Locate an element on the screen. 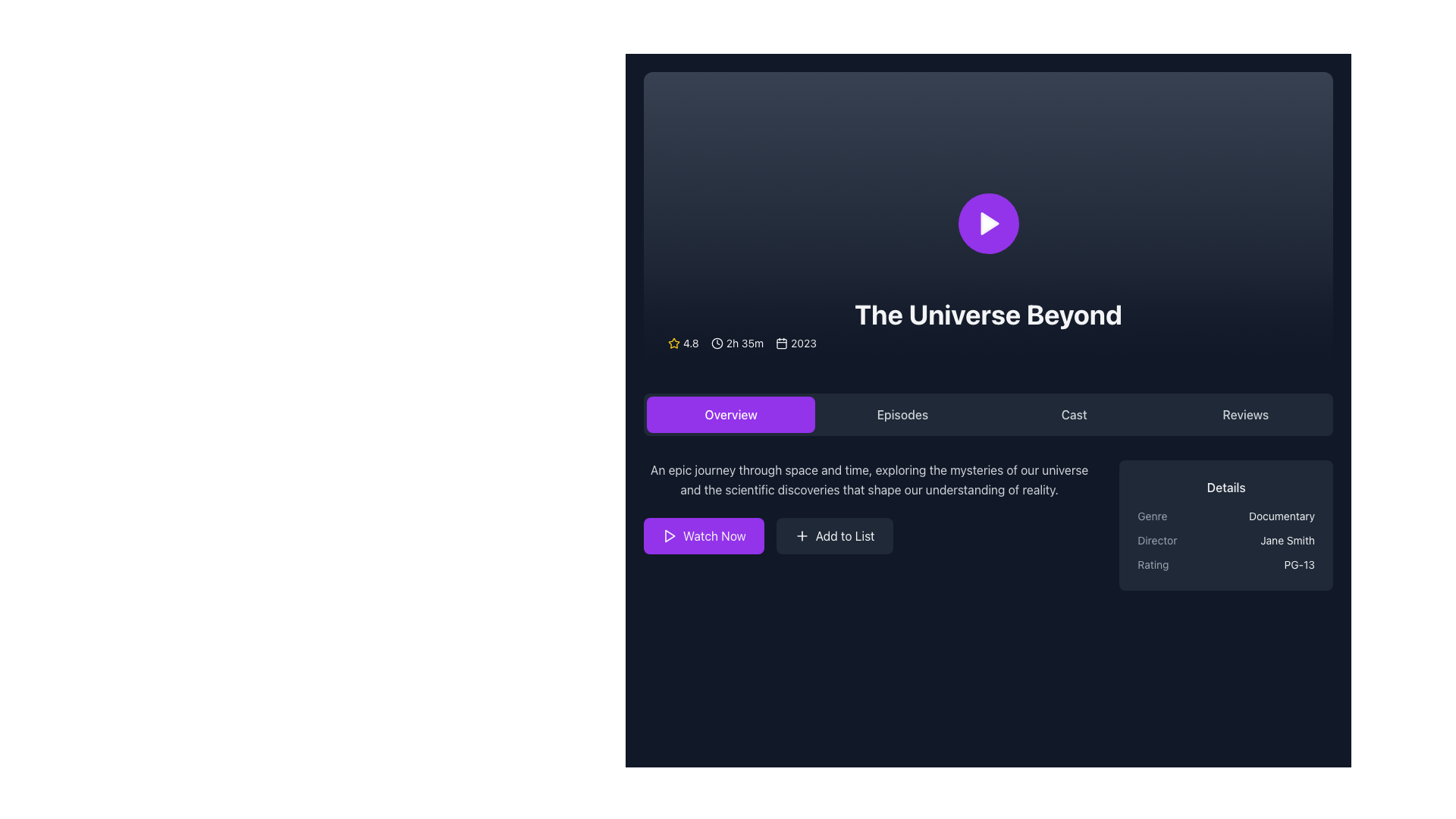 Image resolution: width=1456 pixels, height=819 pixels. the calendar icon located to the left of the '2023' text, which serves as an interactive button is located at coordinates (782, 343).